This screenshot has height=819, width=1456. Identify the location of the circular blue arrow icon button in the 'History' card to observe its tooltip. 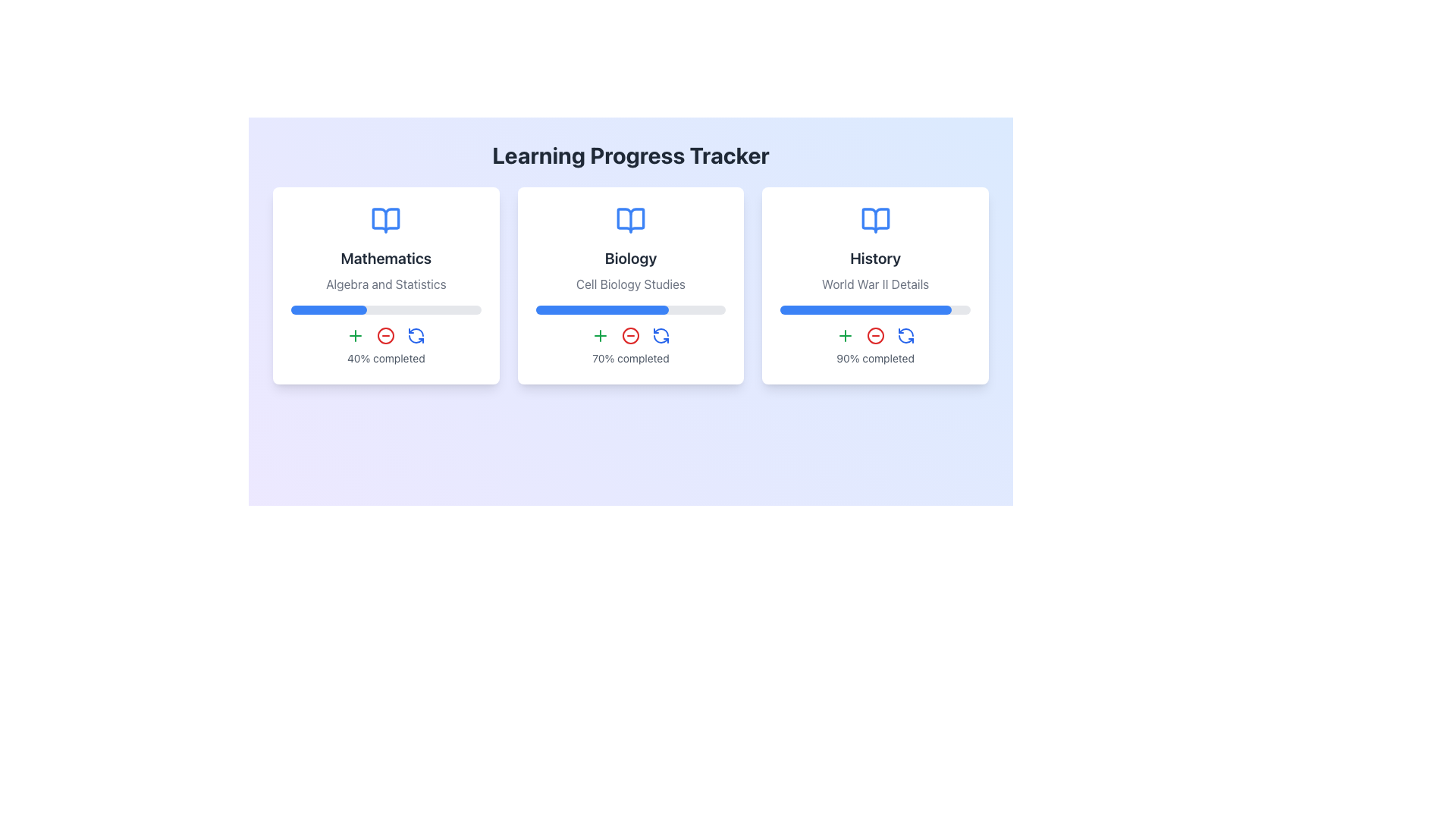
(905, 335).